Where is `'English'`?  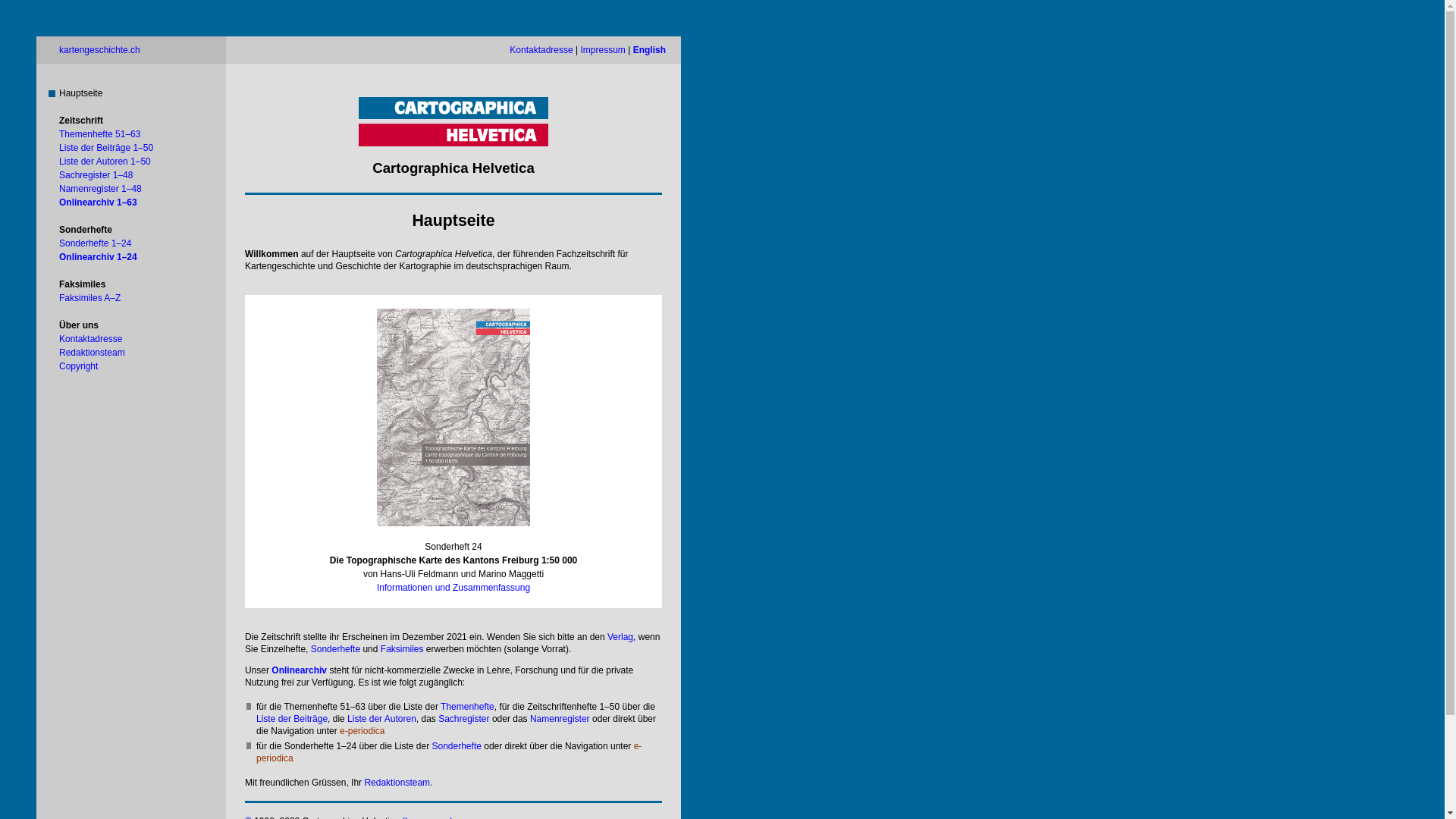 'English' is located at coordinates (633, 49).